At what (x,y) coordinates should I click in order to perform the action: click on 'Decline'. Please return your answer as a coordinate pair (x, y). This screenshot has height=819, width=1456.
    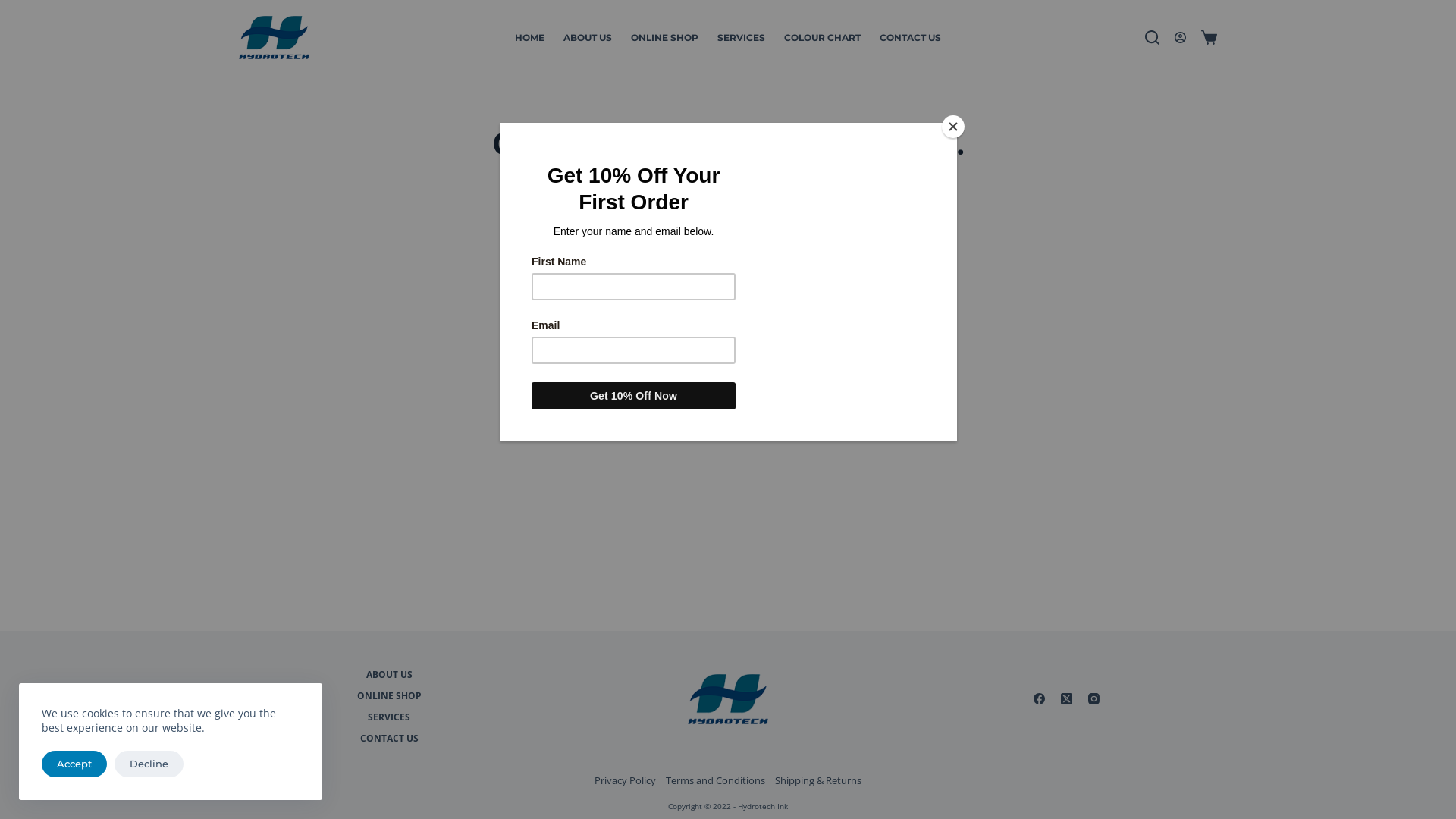
    Looking at the image, I should click on (149, 764).